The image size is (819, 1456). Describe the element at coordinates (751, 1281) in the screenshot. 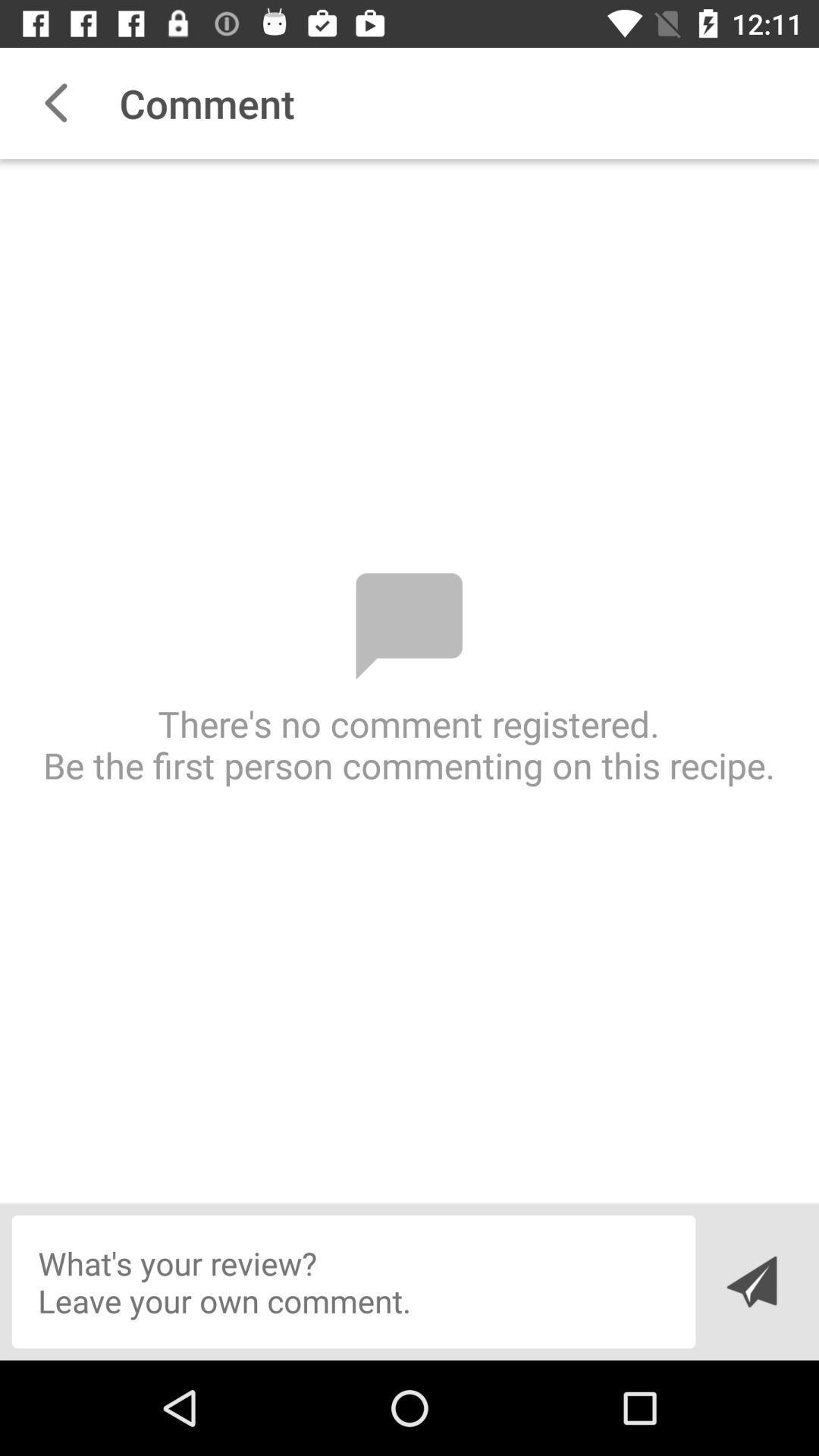

I see `icon below there s no icon` at that location.